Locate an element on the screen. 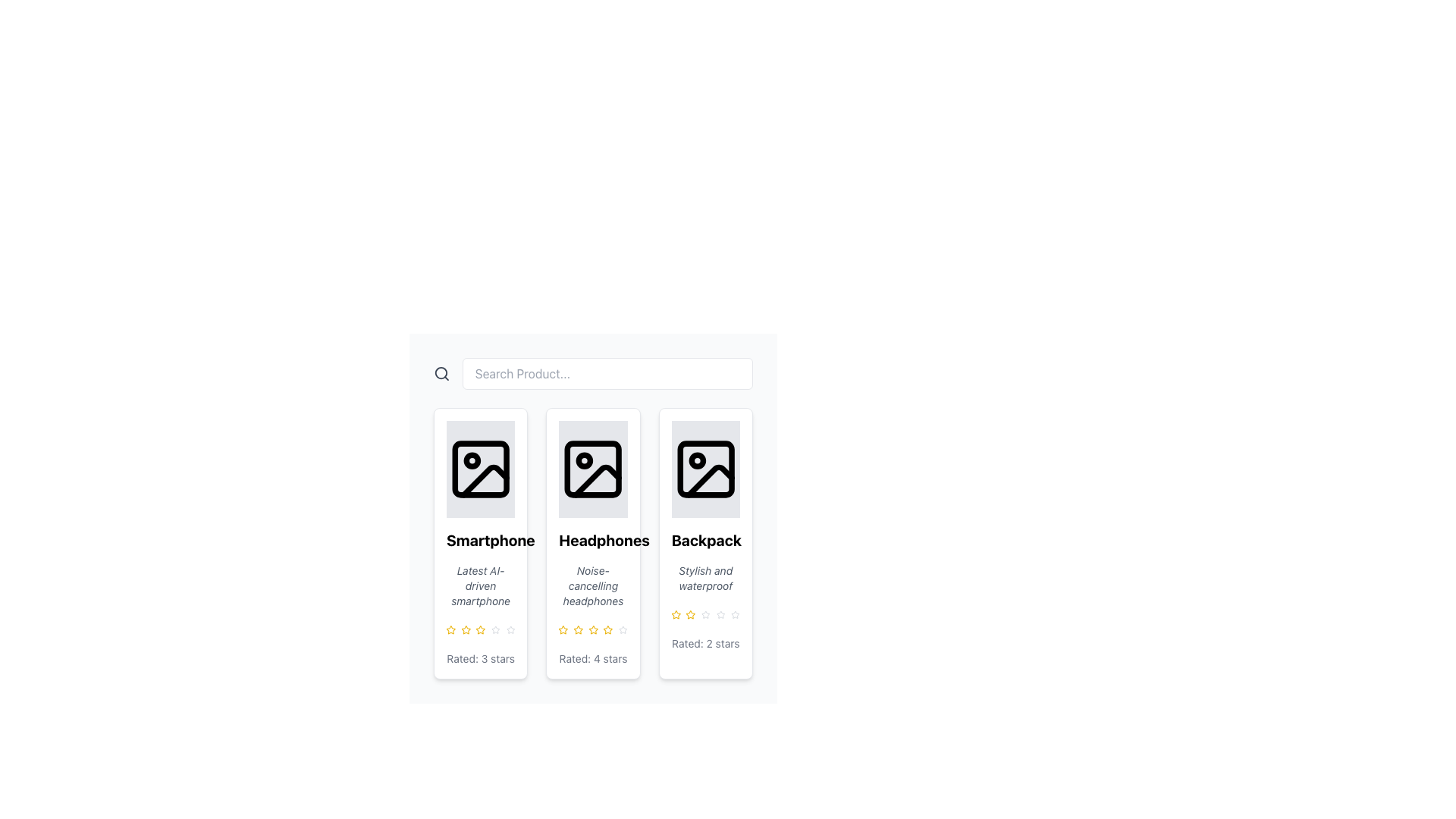  the first card component in the grid, which features a product image, the title 'Smartphone,' a description 'Latest AI-driven smartphone,' and a rating of 3 stars is located at coordinates (480, 543).